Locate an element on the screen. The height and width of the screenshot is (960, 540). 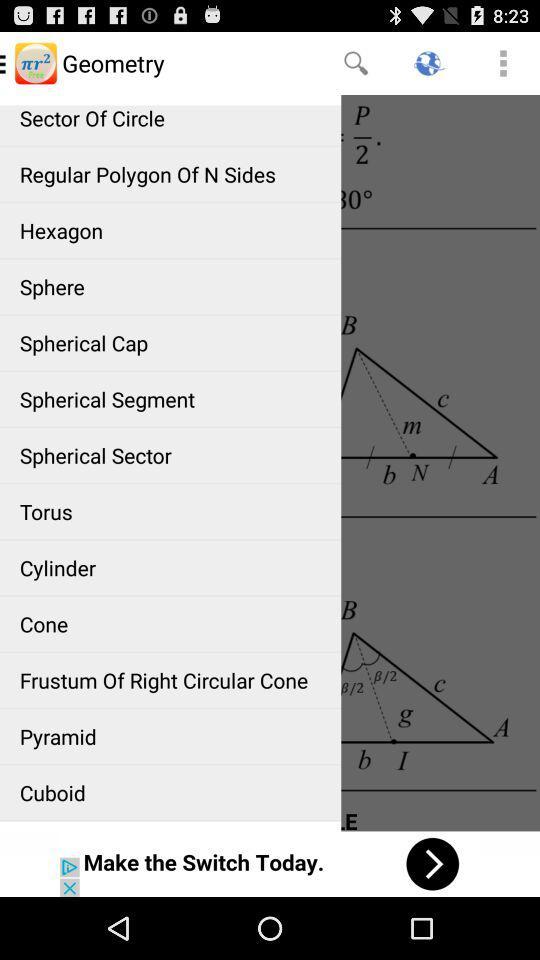
geometry article is located at coordinates (270, 462).